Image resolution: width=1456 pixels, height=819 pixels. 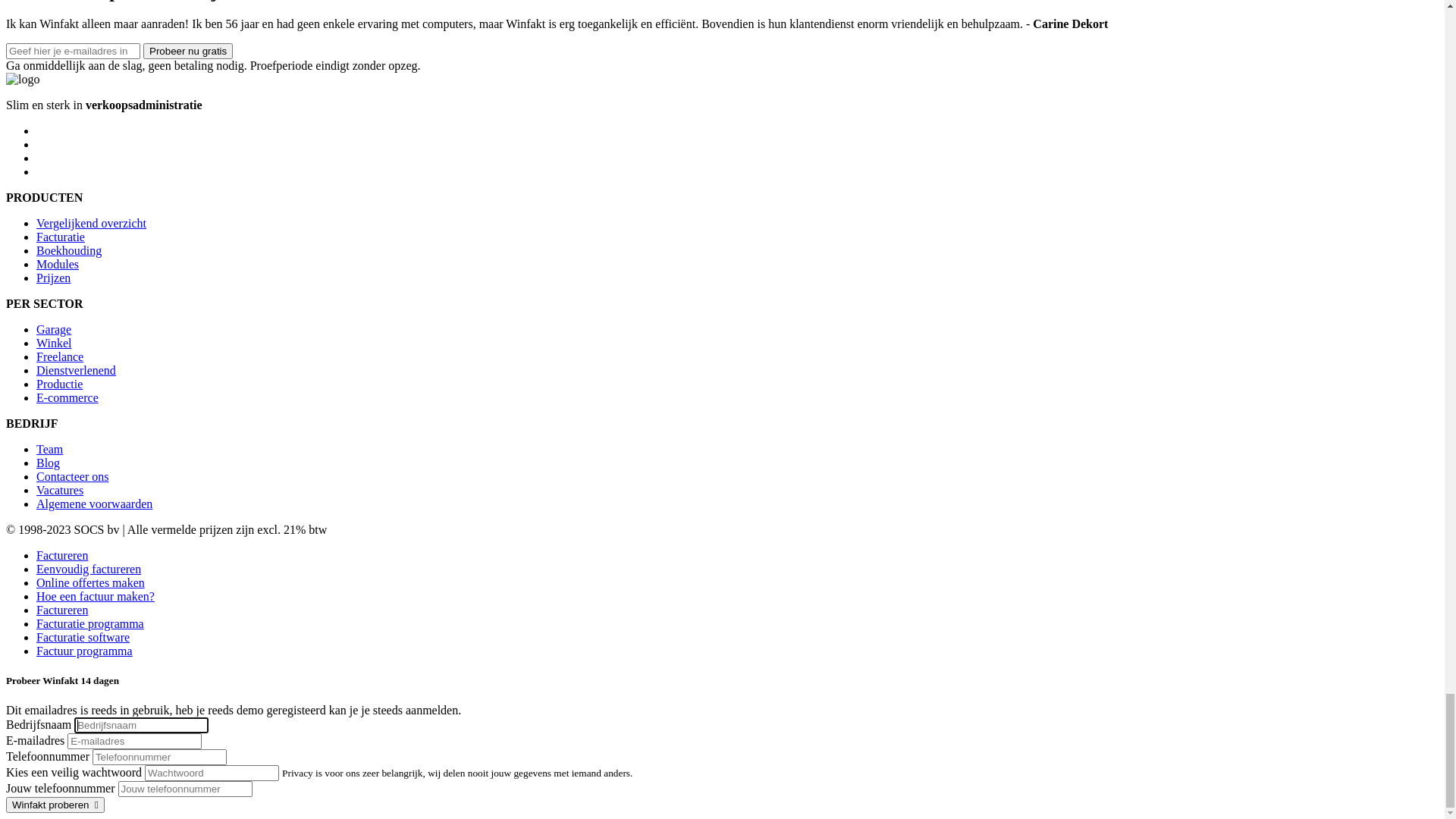 I want to click on 'Over ons', so click(x=58, y=165).